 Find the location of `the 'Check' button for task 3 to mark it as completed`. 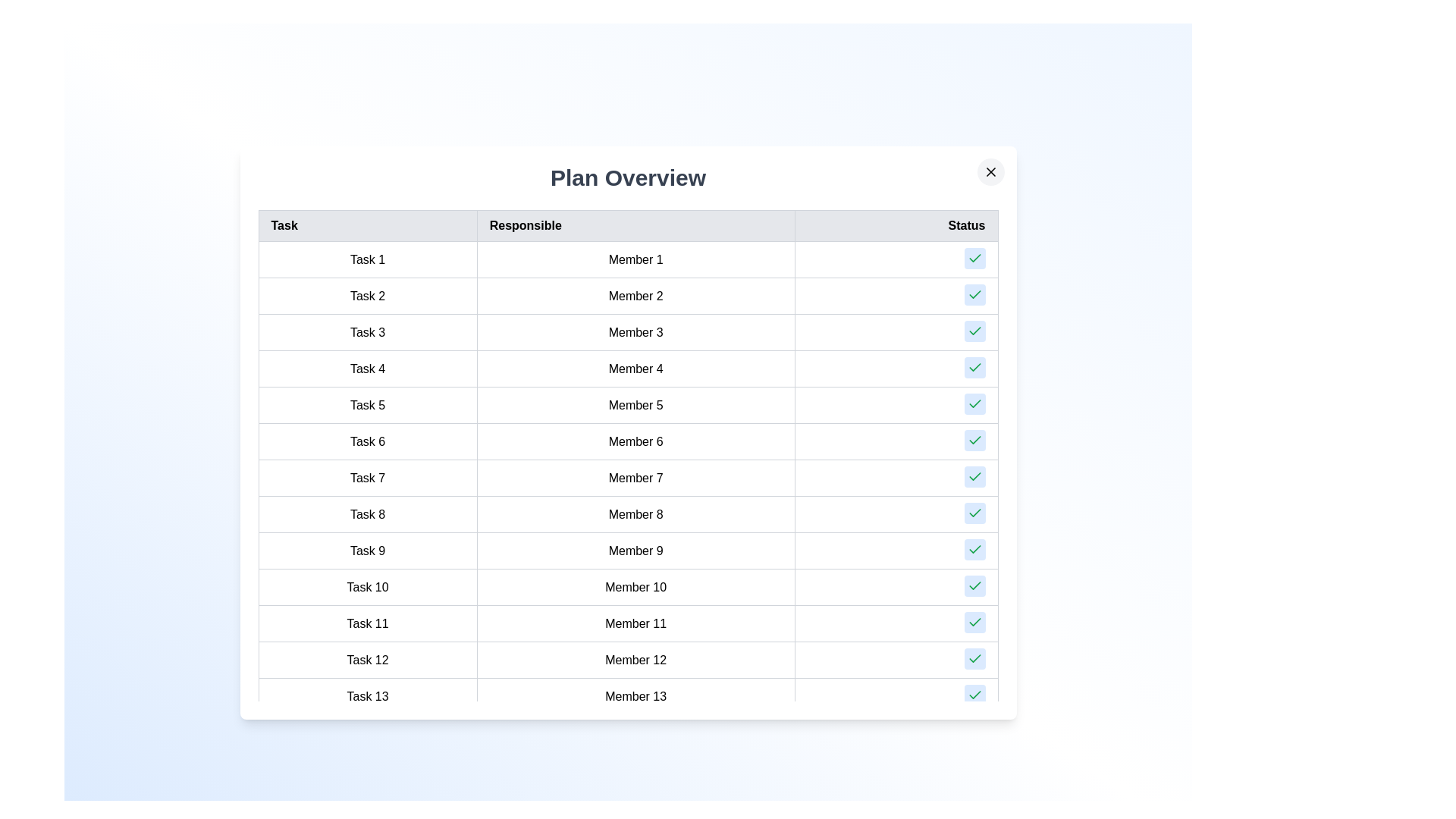

the 'Check' button for task 3 to mark it as completed is located at coordinates (974, 330).